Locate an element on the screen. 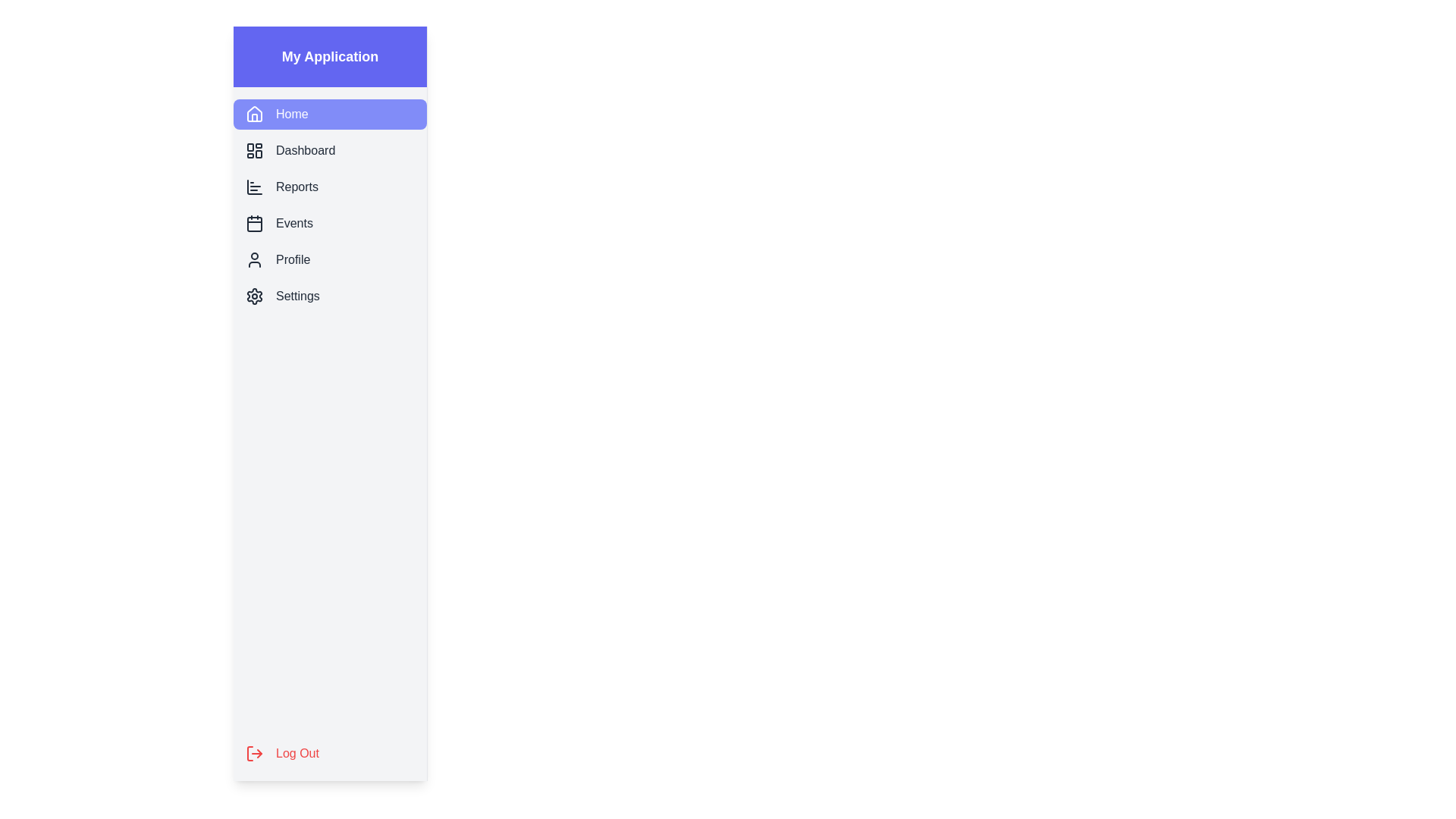  the 'Dashboard' menu icon located to the left of the text 'Dashboard' in the vertical navigation panel is located at coordinates (255, 151).